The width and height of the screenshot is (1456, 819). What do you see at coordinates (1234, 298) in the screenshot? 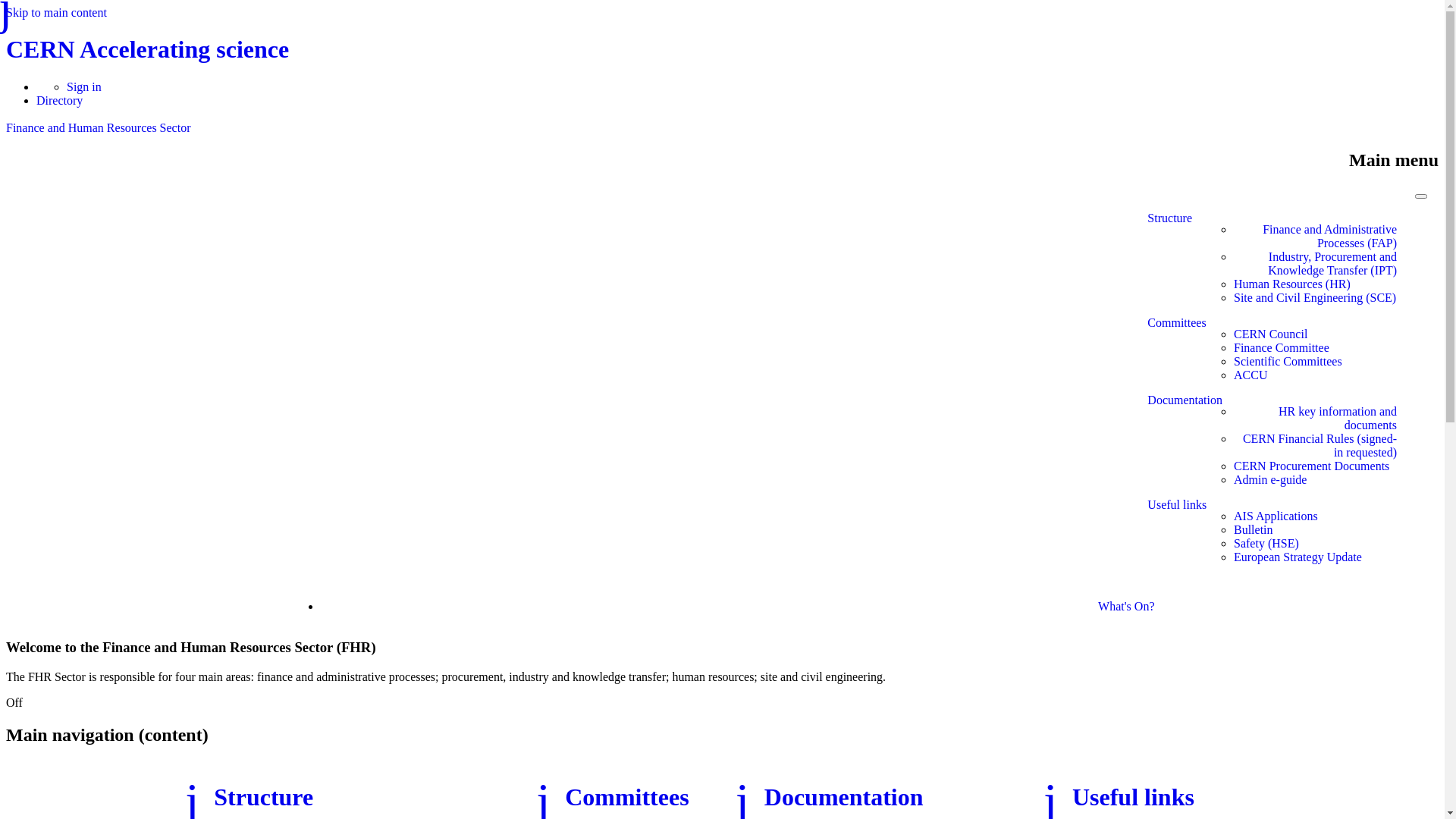
I see `'Site and Civil Engineering (SCE)'` at bounding box center [1234, 298].